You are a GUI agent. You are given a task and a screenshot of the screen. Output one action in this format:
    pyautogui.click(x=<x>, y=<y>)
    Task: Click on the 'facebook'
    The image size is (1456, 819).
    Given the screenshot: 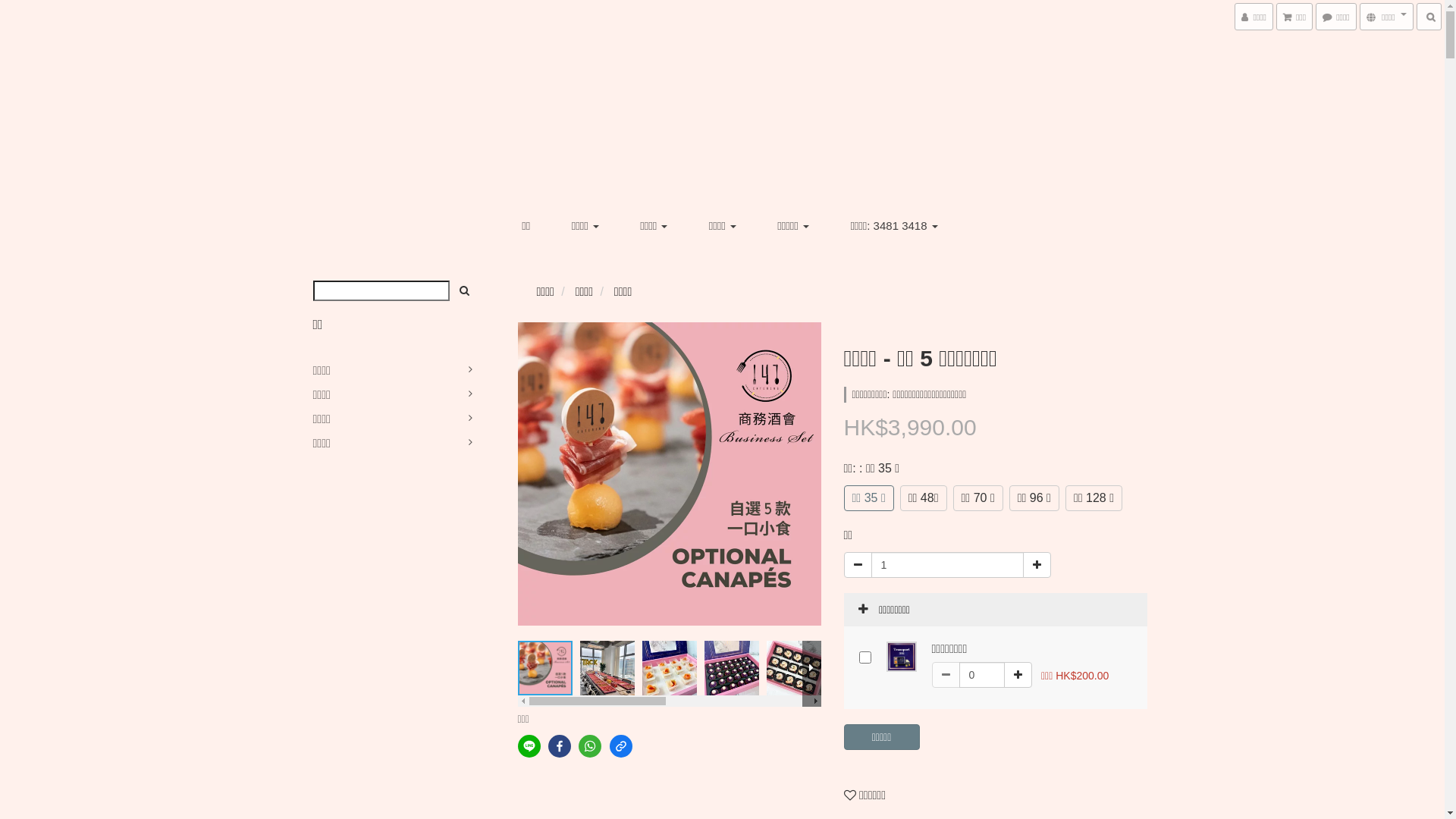 What is the action you would take?
    pyautogui.click(x=559, y=745)
    